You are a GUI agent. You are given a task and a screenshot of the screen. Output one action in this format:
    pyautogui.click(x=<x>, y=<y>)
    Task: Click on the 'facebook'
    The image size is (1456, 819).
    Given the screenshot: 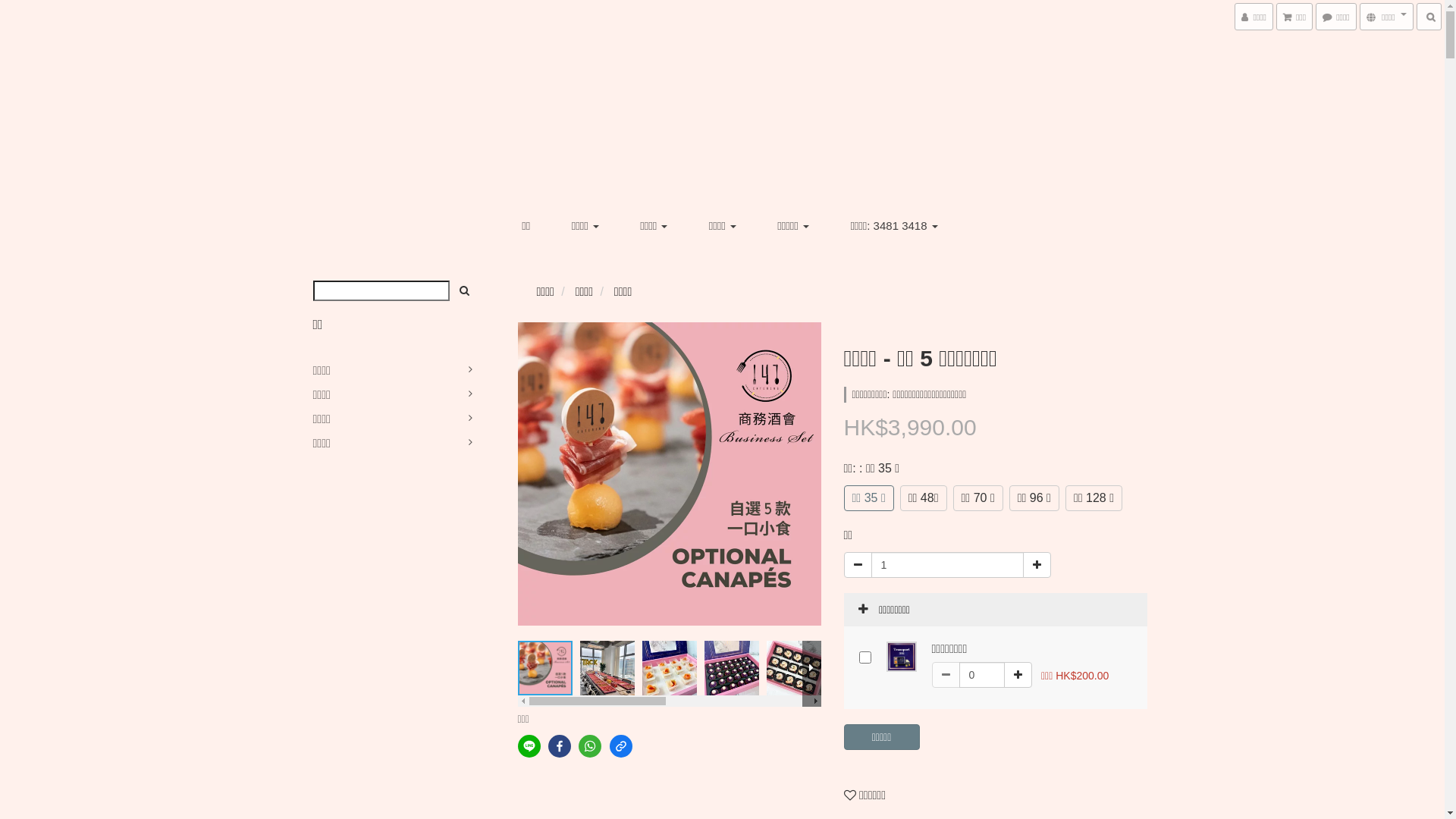 What is the action you would take?
    pyautogui.click(x=559, y=745)
    